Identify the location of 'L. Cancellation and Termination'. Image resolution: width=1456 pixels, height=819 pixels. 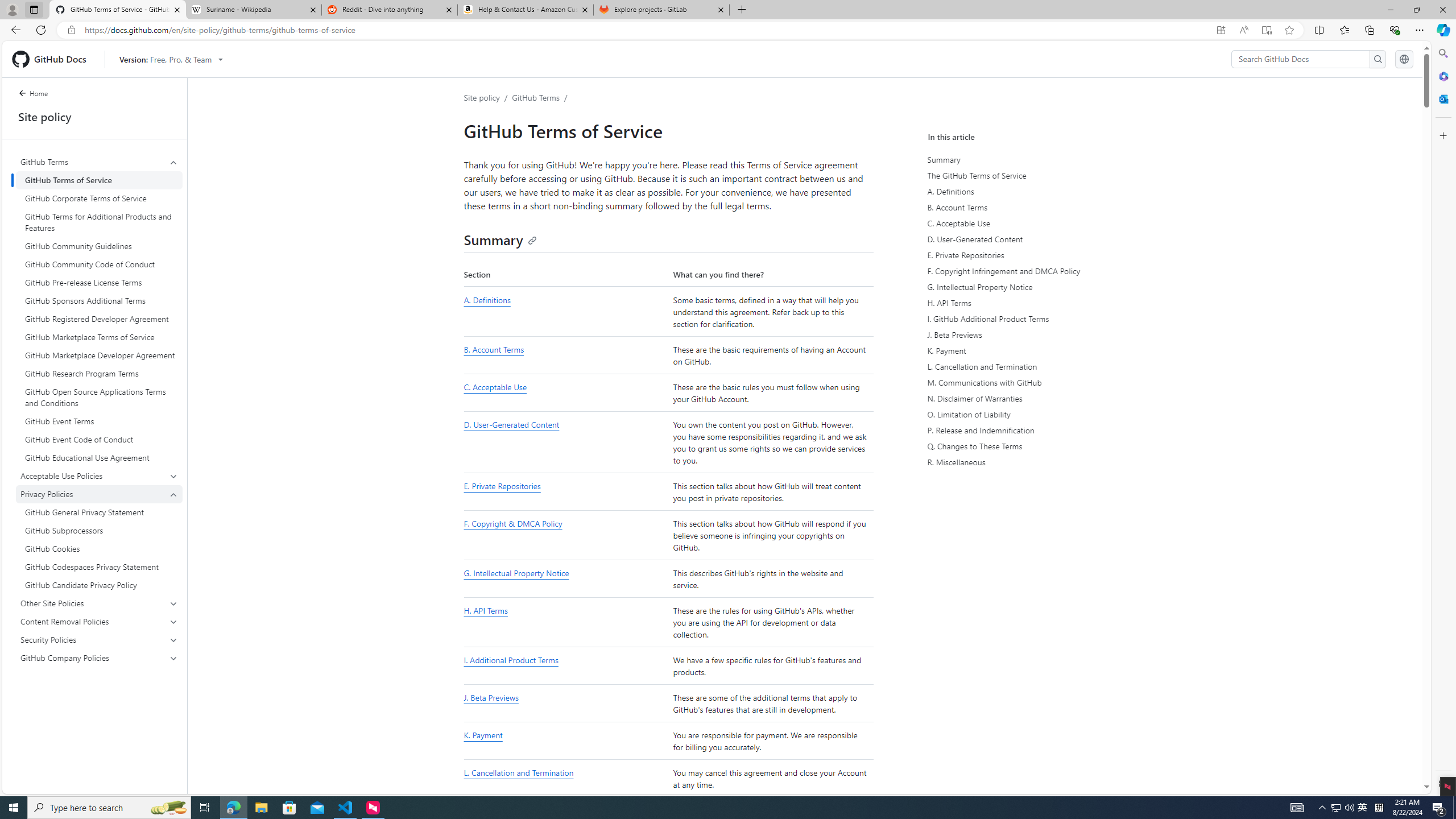
(518, 773).